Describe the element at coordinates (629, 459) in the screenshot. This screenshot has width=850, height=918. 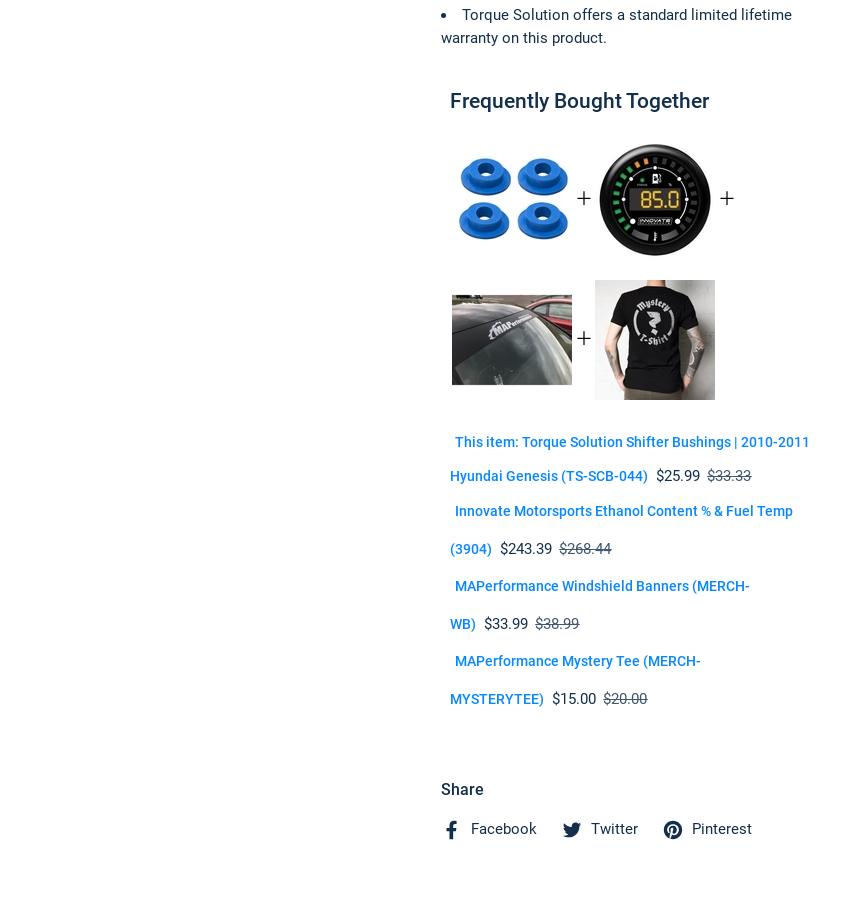
I see `'Torque Solution Shifter Bushings | 2010-2011 Hyundai Genesis (TS-SCB-044)'` at that location.